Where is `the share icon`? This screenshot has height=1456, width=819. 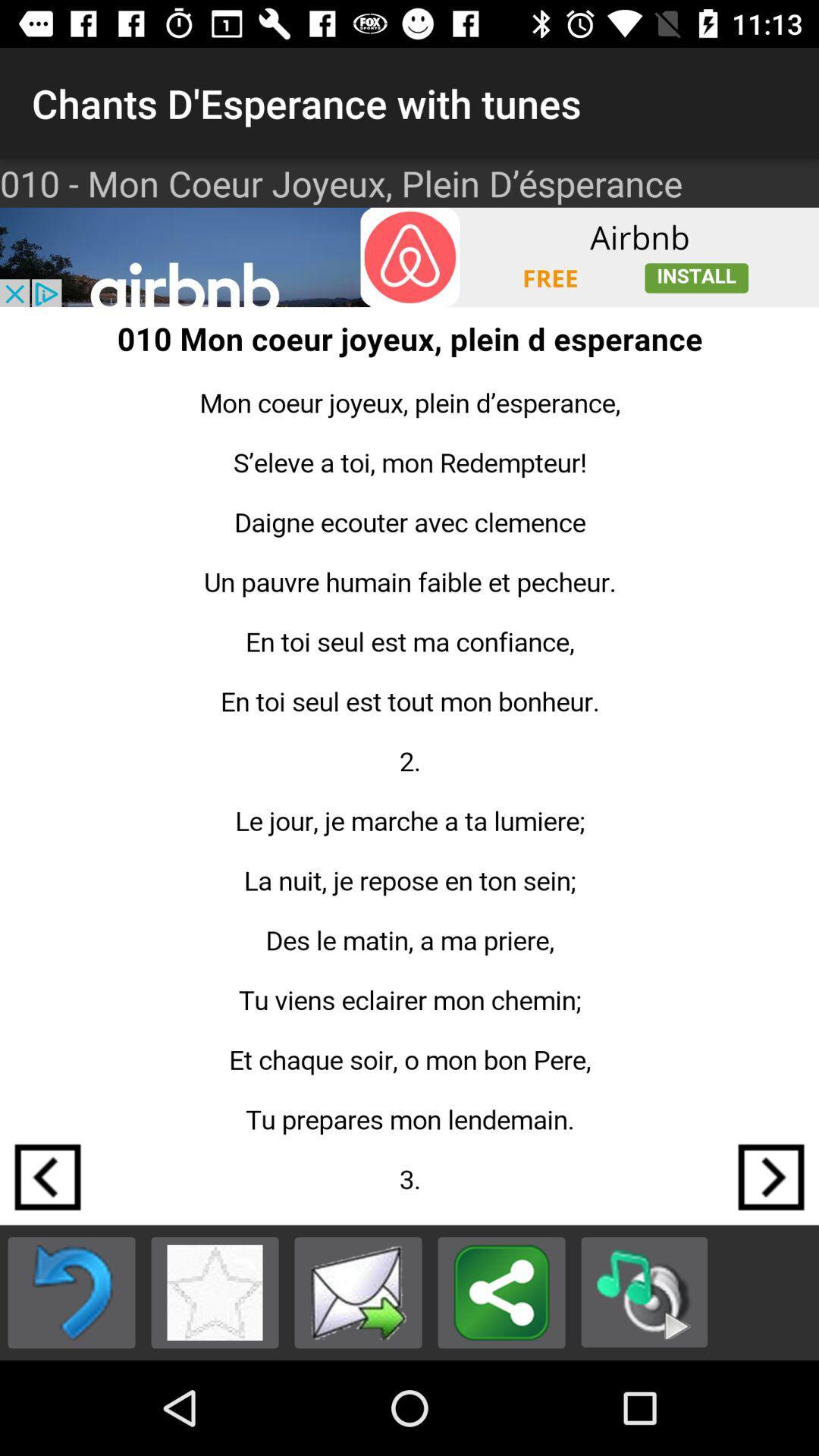 the share icon is located at coordinates (501, 1291).